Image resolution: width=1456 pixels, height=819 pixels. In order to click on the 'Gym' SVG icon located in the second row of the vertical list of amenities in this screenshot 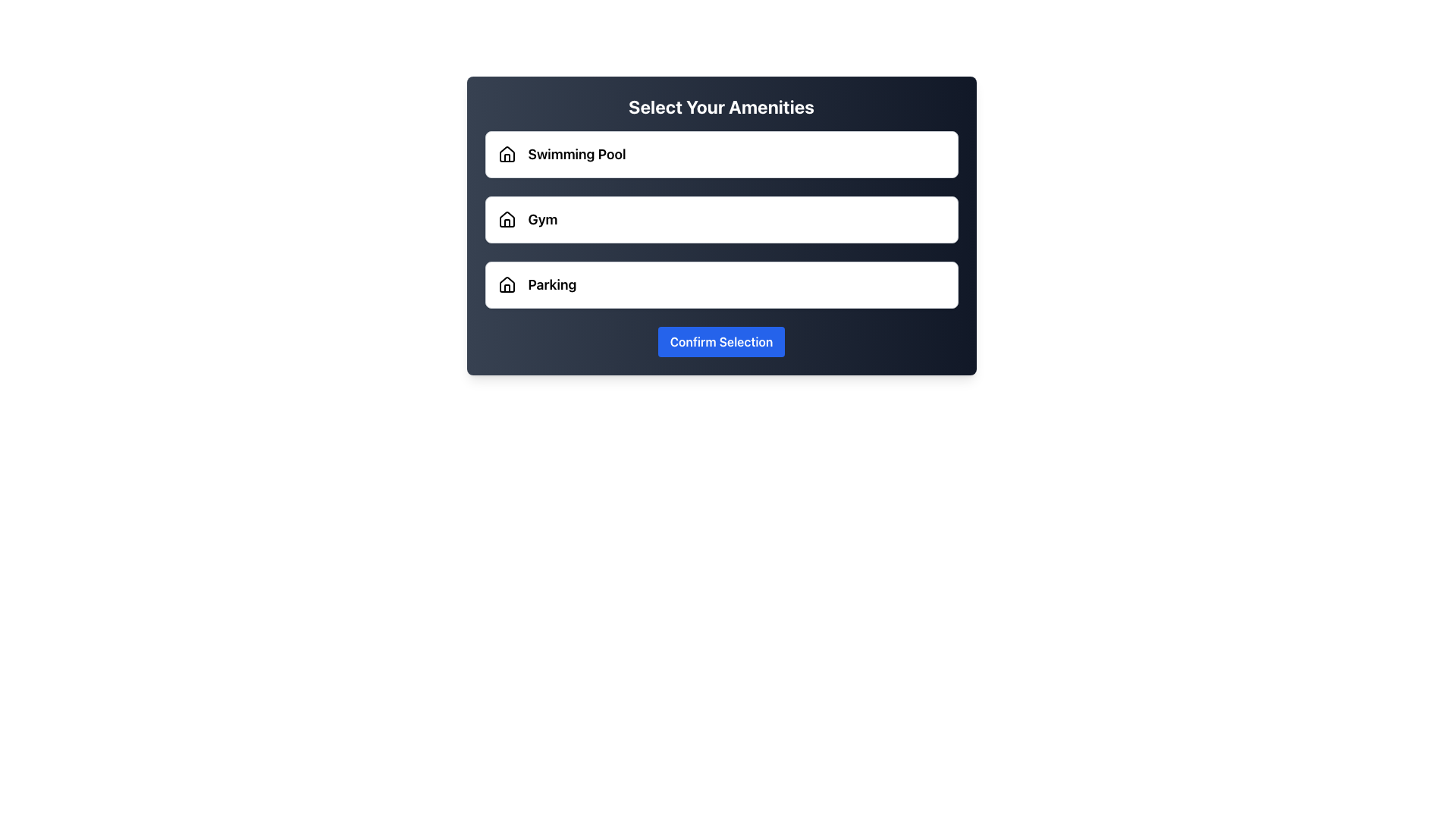, I will do `click(507, 219)`.